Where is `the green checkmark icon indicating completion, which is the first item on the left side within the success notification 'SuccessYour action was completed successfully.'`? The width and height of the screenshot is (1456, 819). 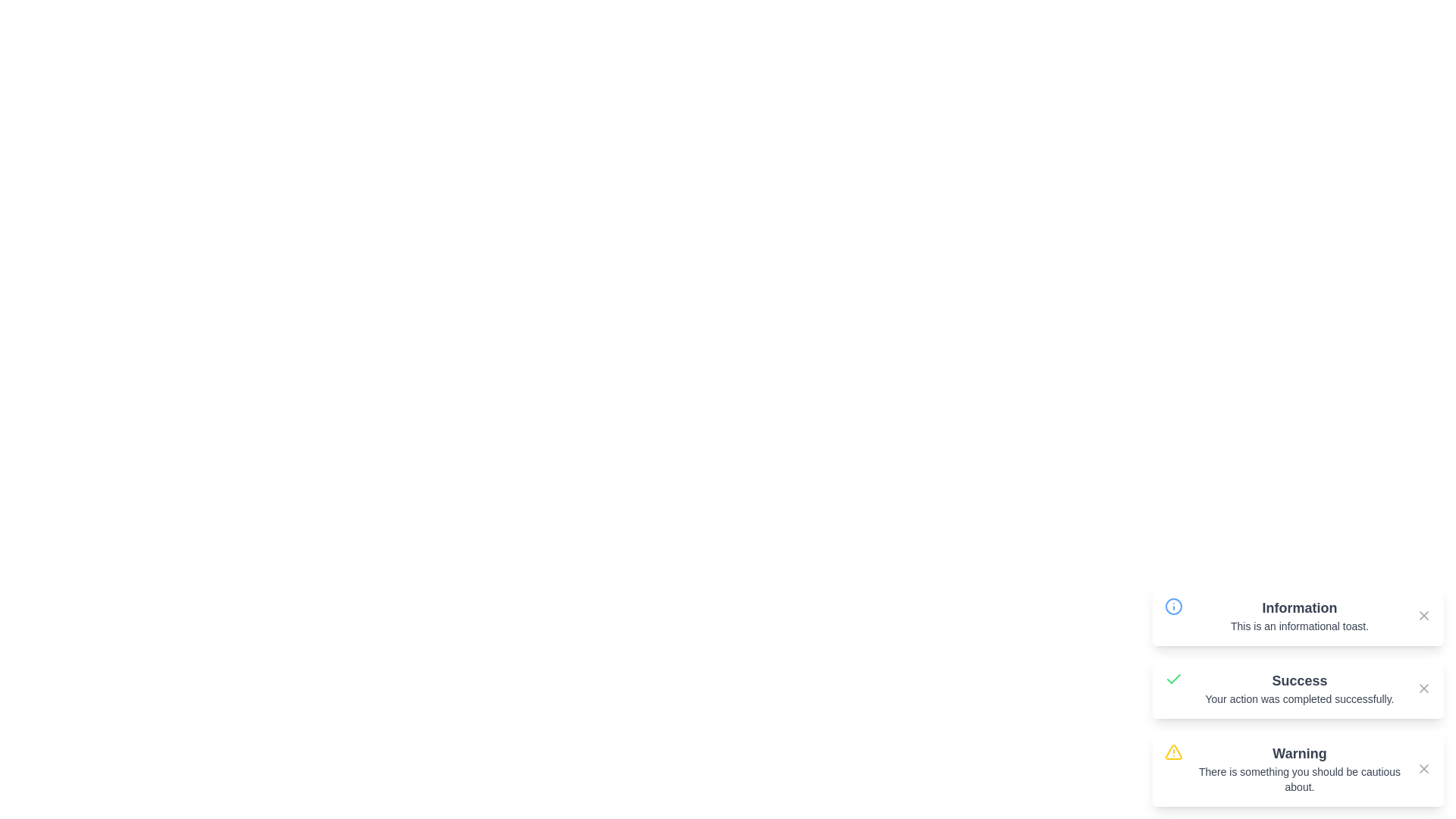 the green checkmark icon indicating completion, which is the first item on the left side within the success notification 'SuccessYour action was completed successfully.' is located at coordinates (1173, 688).